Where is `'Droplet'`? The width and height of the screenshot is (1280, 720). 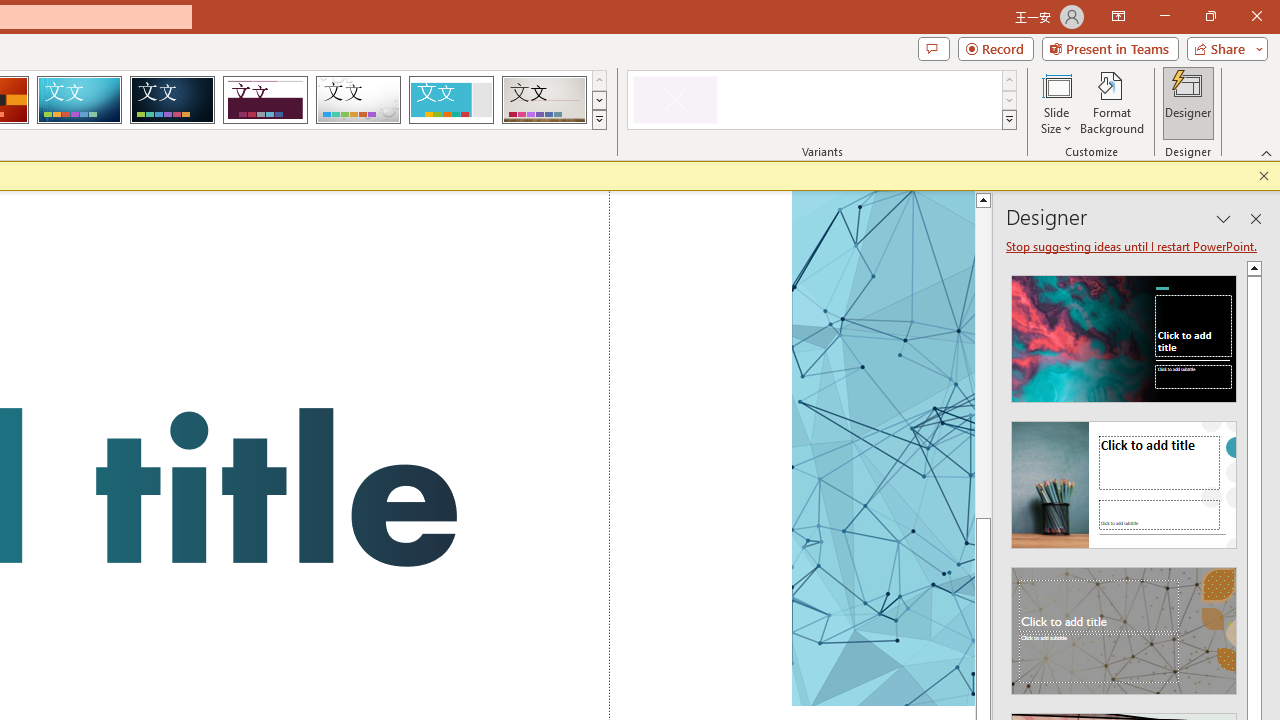 'Droplet' is located at coordinates (358, 100).